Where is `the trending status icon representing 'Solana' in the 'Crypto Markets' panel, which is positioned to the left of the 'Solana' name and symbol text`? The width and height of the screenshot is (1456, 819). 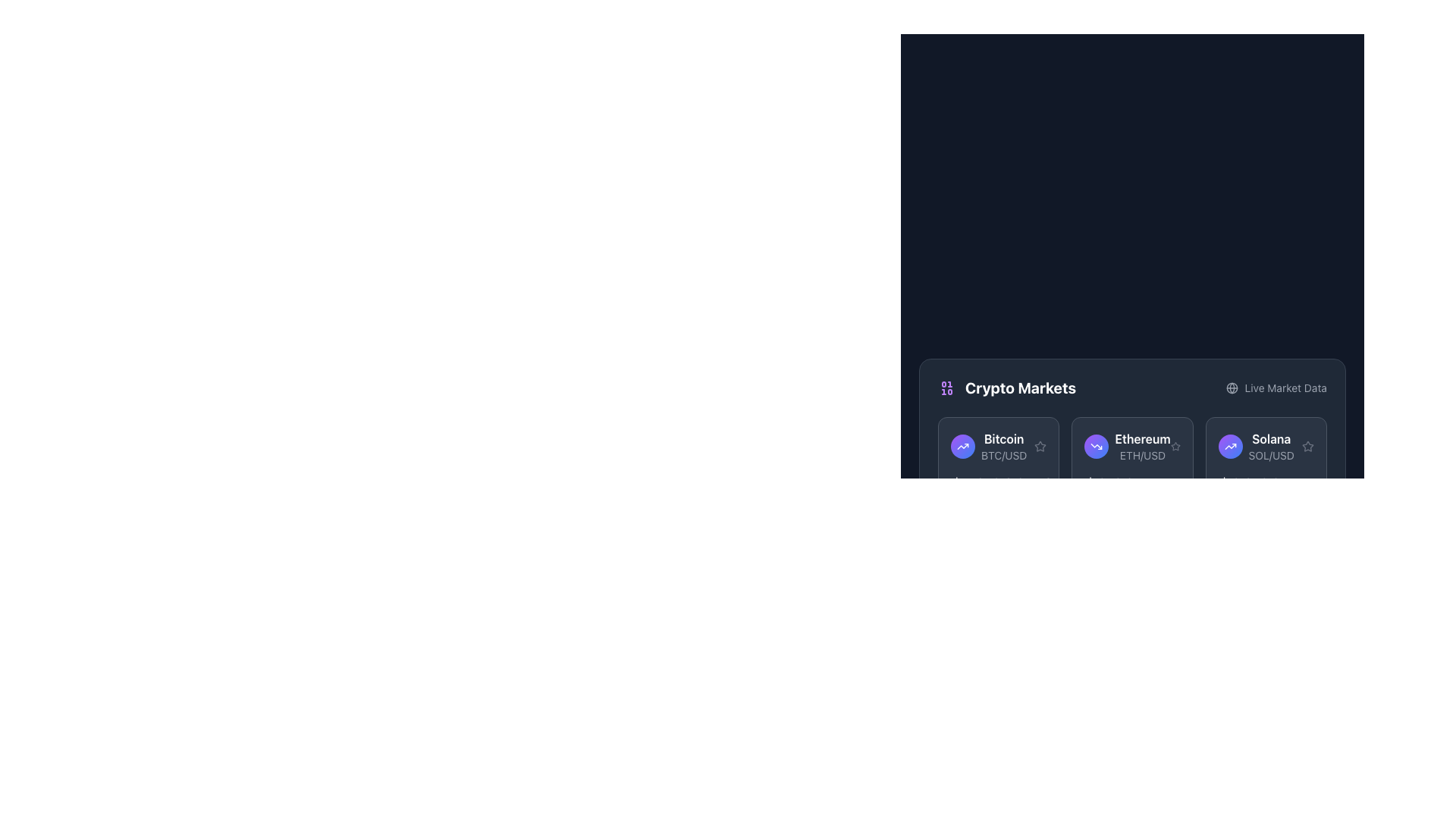
the trending status icon representing 'Solana' in the 'Crypto Markets' panel, which is positioned to the left of the 'Solana' name and symbol text is located at coordinates (1230, 446).